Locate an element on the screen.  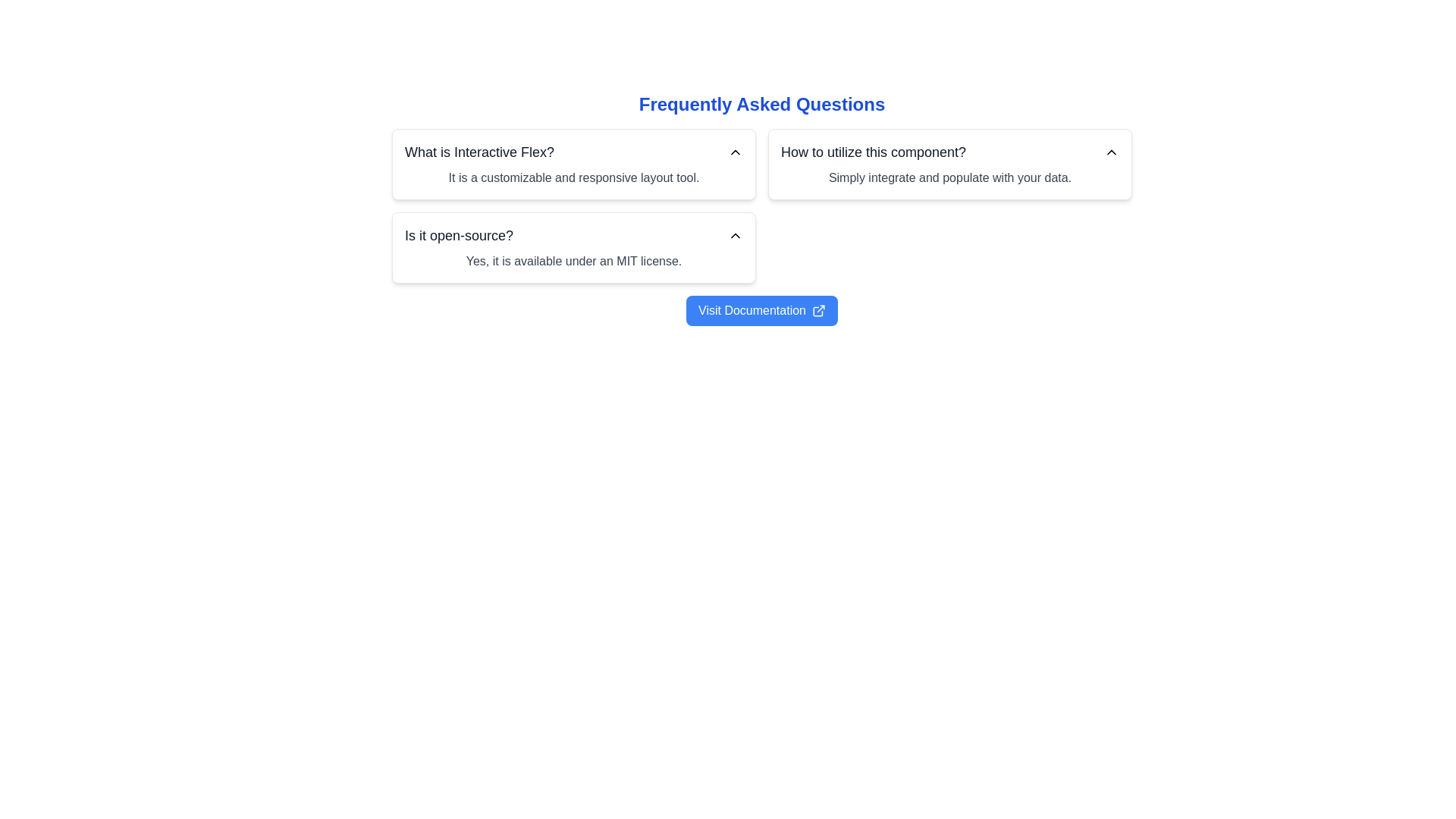
the Information card positioned in the upper-right section of the FAQ grid, which is the second card in the grid, to access its content is located at coordinates (949, 164).